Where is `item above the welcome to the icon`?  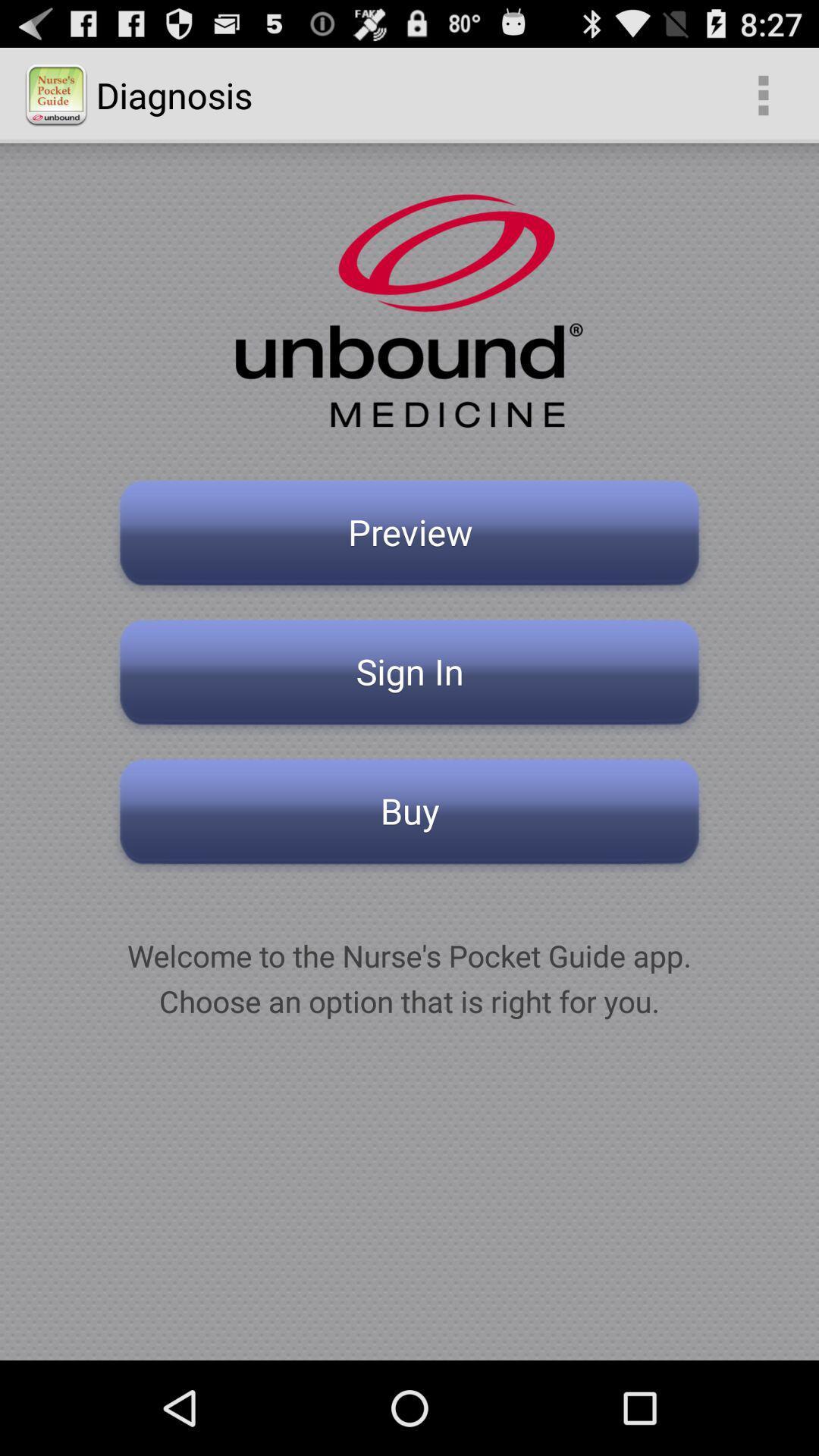 item above the welcome to the icon is located at coordinates (409, 815).